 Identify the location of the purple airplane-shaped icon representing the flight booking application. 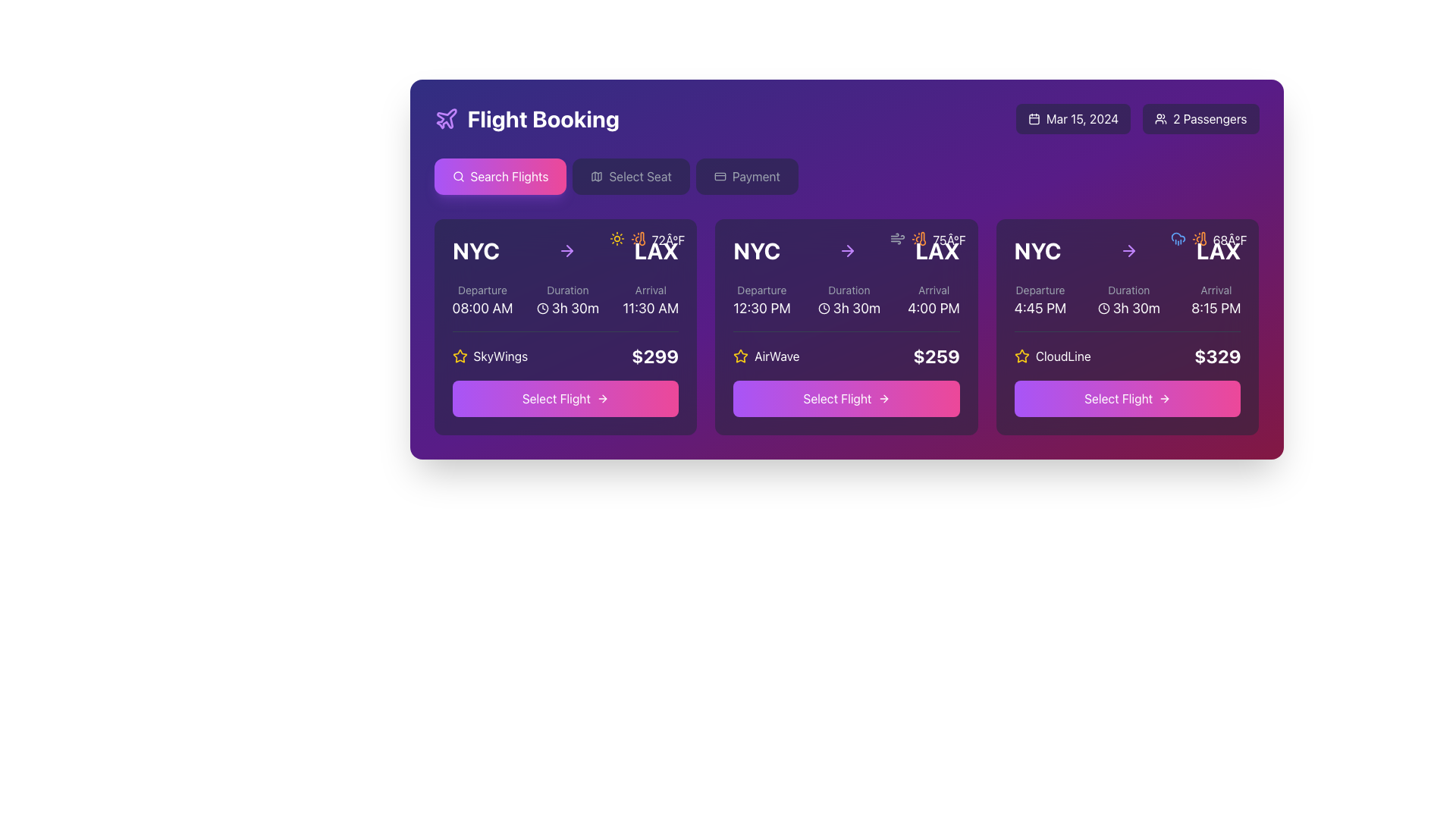
(445, 118).